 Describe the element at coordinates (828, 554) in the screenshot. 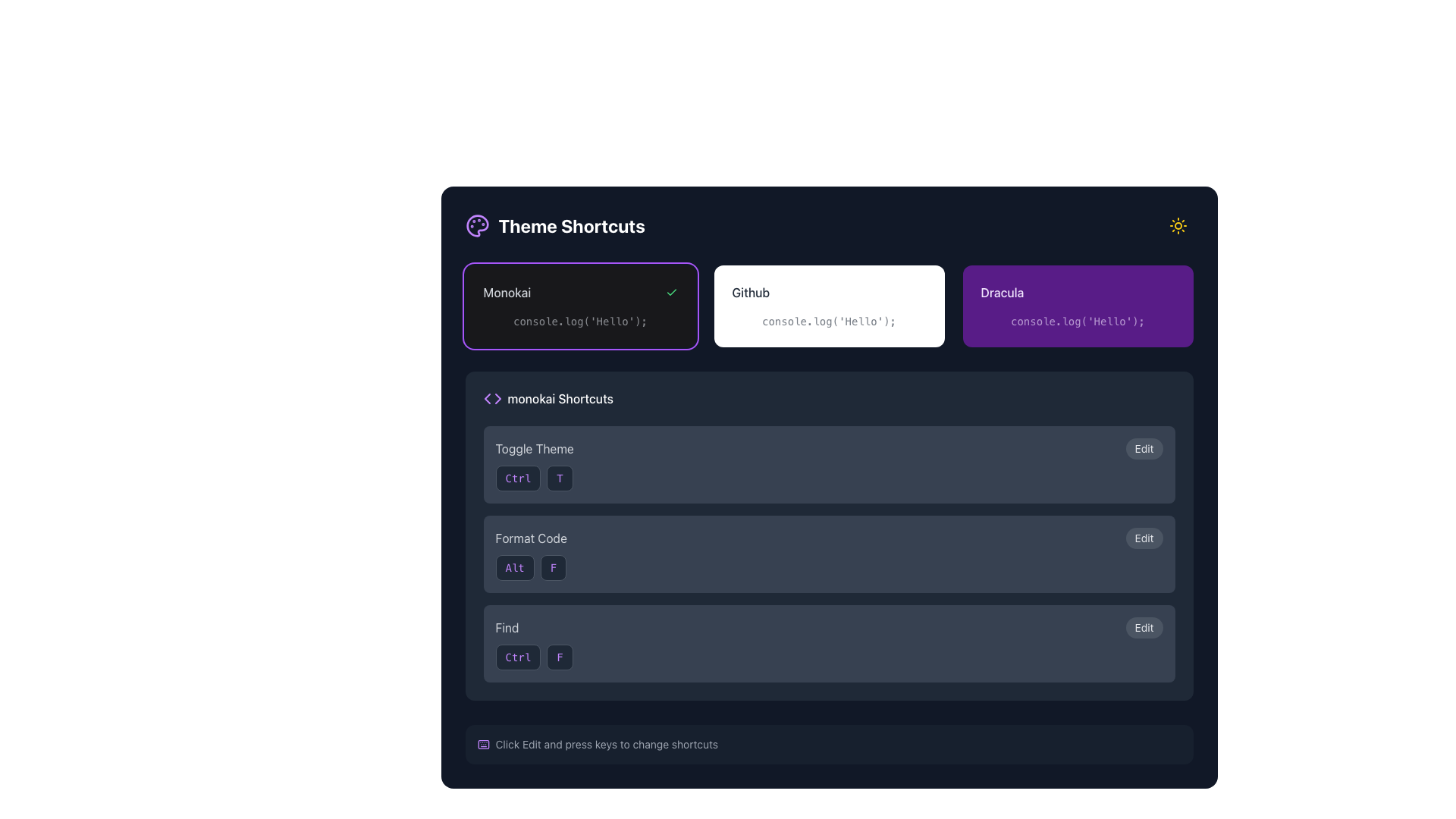

I see `the 'Format Code' interactive shortcut entry element, which is the second entry in the list of shortcuts` at that location.